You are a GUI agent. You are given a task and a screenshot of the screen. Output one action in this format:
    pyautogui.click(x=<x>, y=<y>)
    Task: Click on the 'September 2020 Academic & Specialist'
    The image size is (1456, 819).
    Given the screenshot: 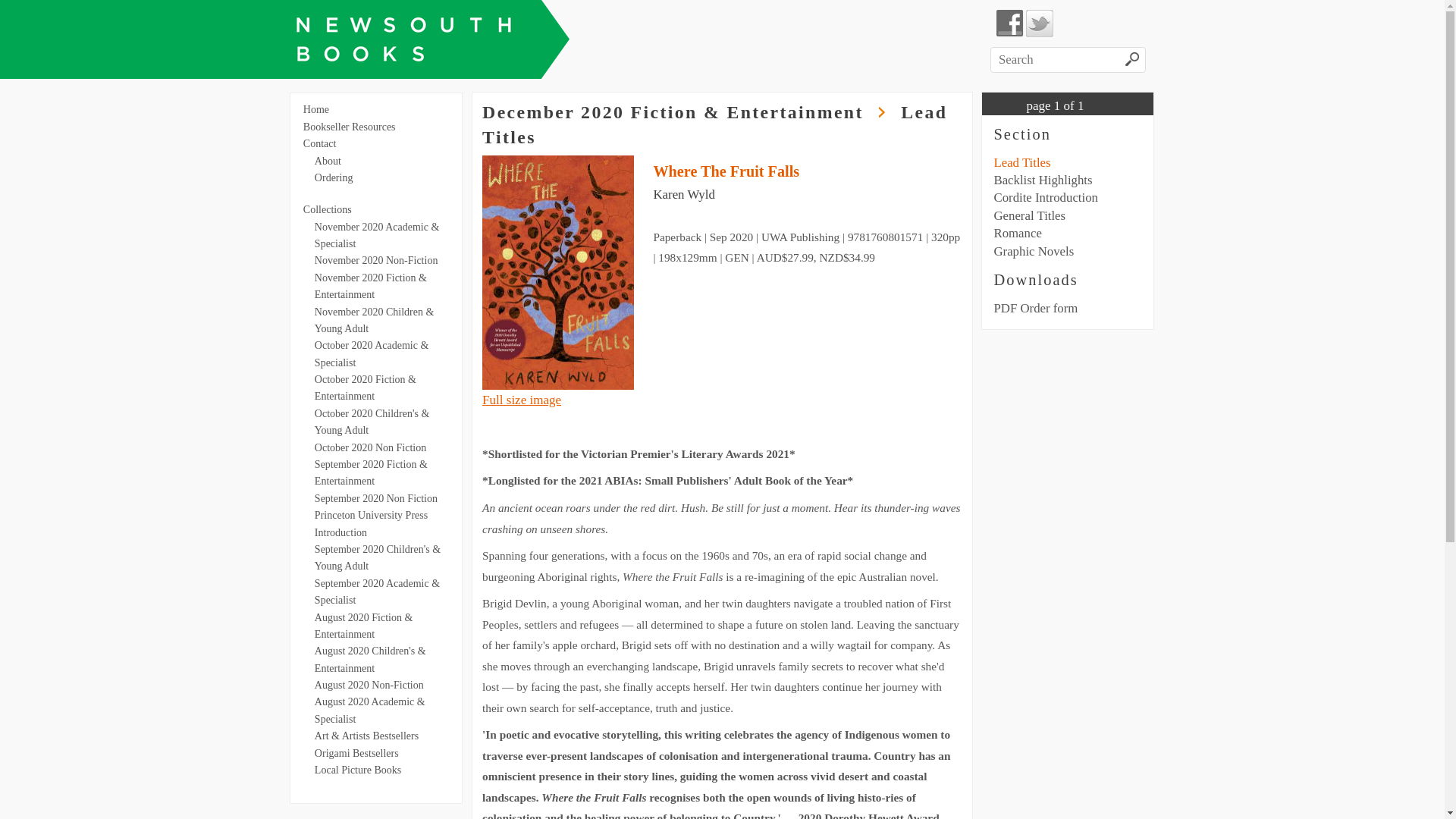 What is the action you would take?
    pyautogui.click(x=377, y=591)
    